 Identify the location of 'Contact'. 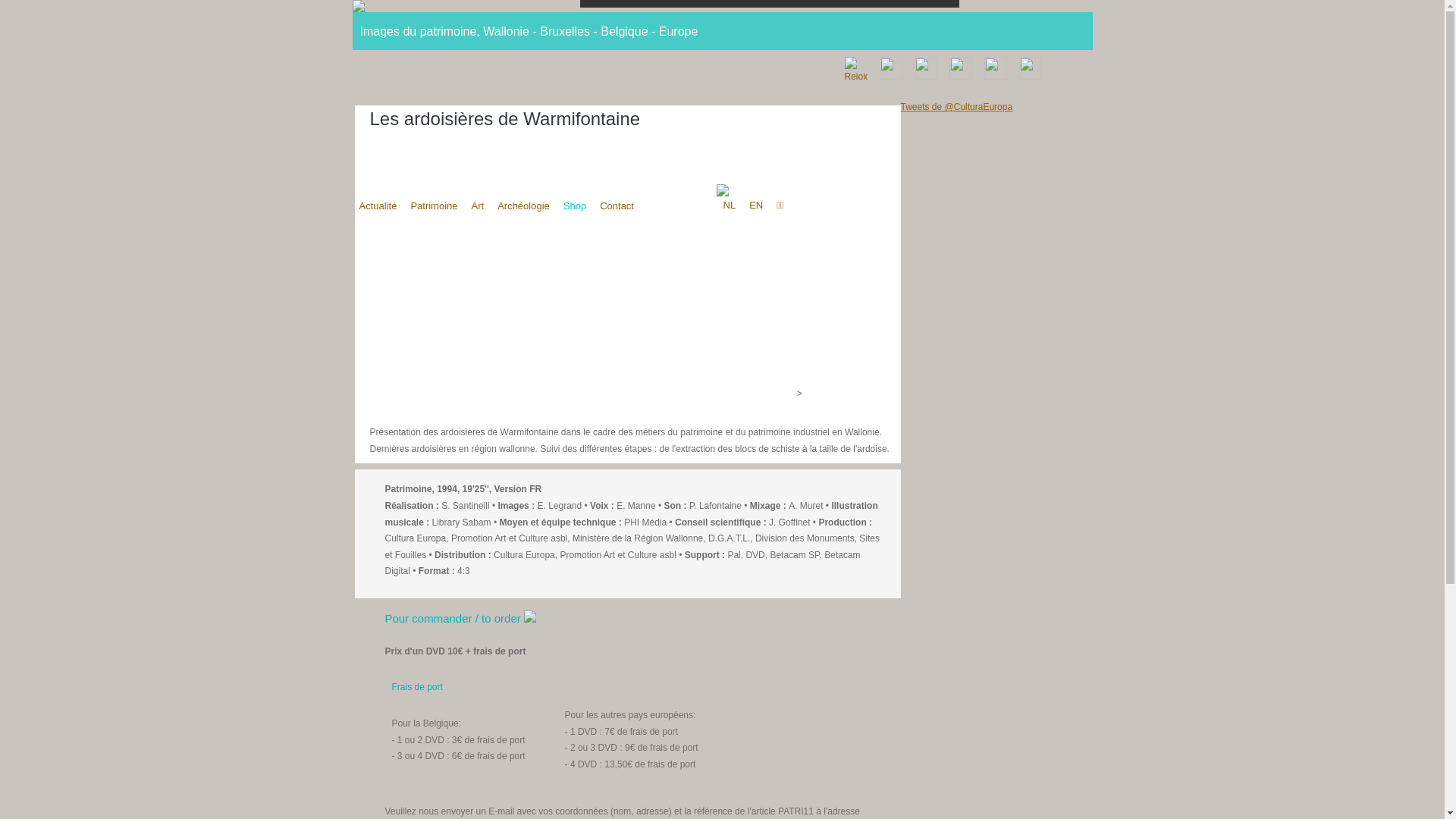
(617, 206).